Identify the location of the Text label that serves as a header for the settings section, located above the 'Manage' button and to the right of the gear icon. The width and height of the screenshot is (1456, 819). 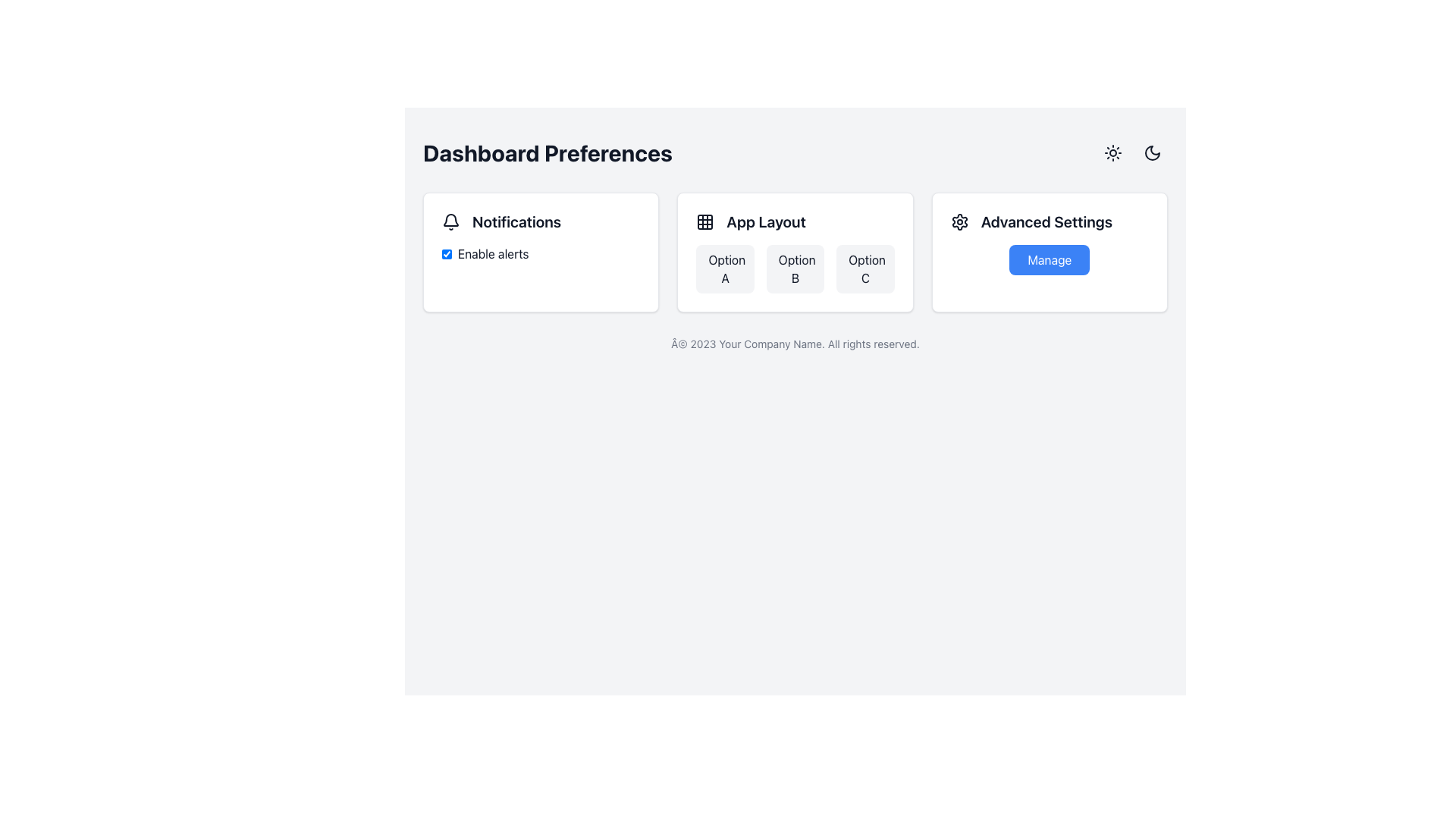
(1049, 222).